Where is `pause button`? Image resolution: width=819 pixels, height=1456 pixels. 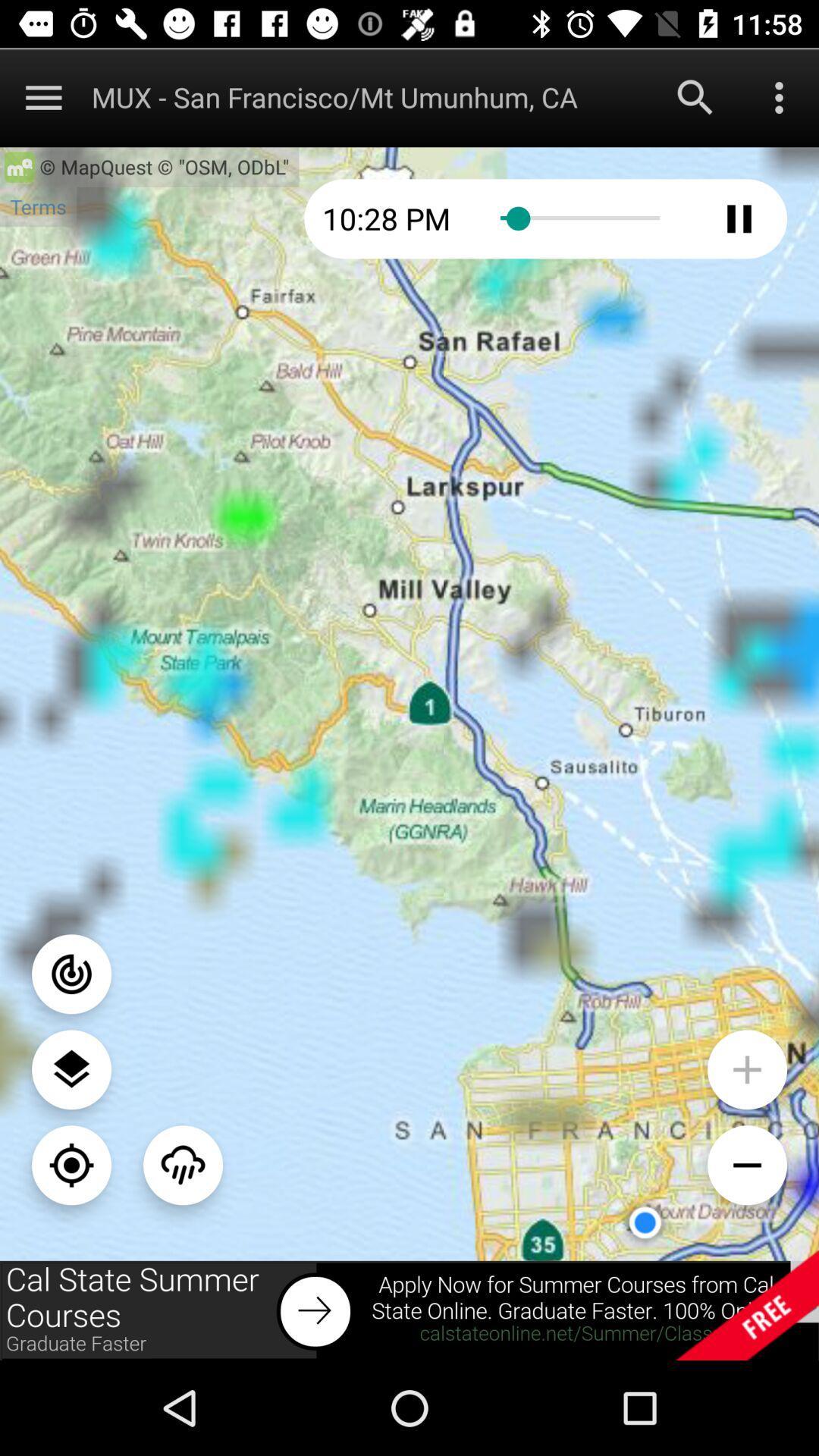
pause button is located at coordinates (739, 218).